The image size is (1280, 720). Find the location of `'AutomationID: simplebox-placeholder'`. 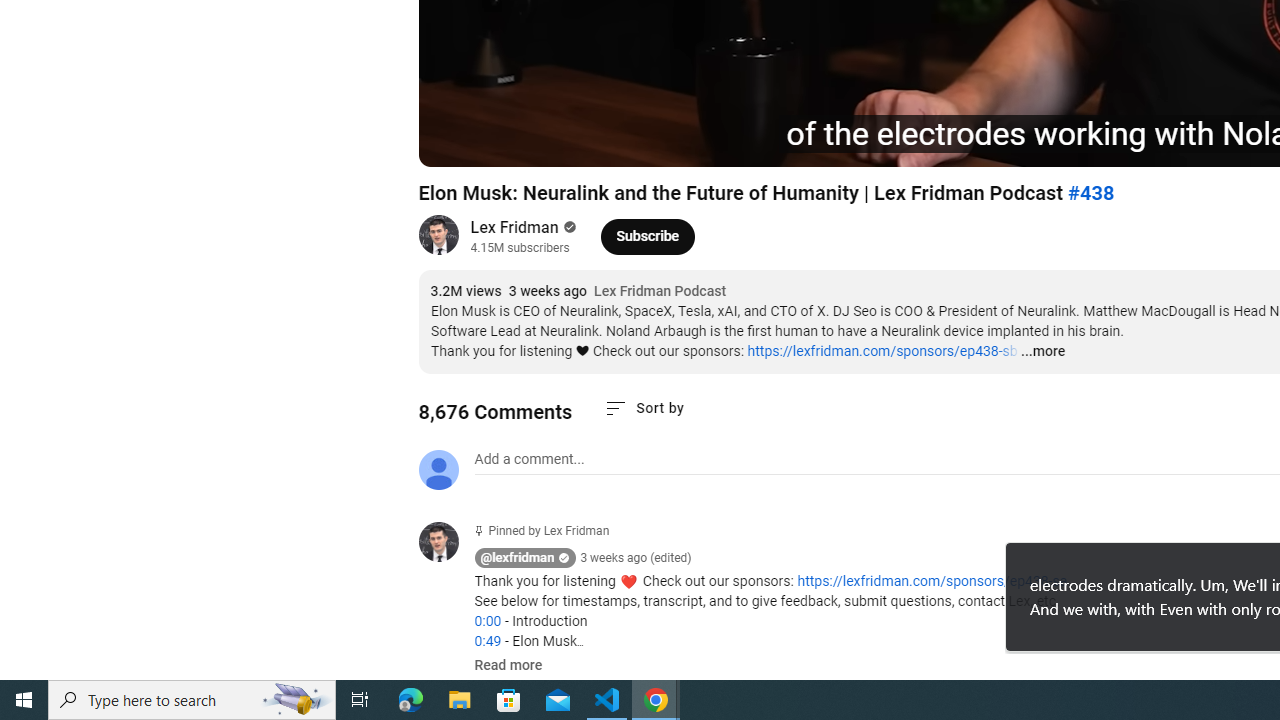

'AutomationID: simplebox-placeholder' is located at coordinates (529, 459).